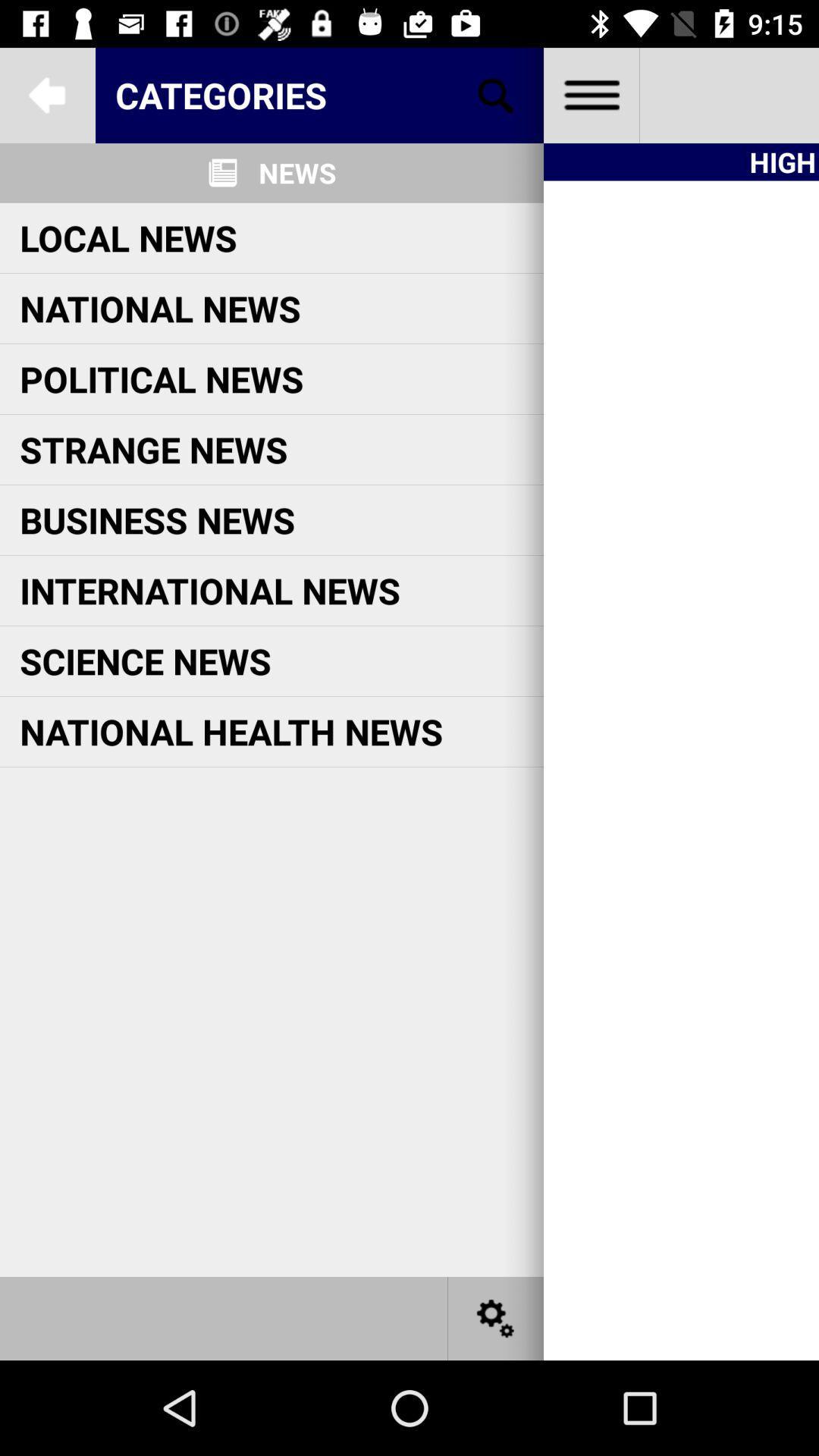 This screenshot has width=819, height=1456. Describe the element at coordinates (496, 1317) in the screenshot. I see `the settings icon` at that location.